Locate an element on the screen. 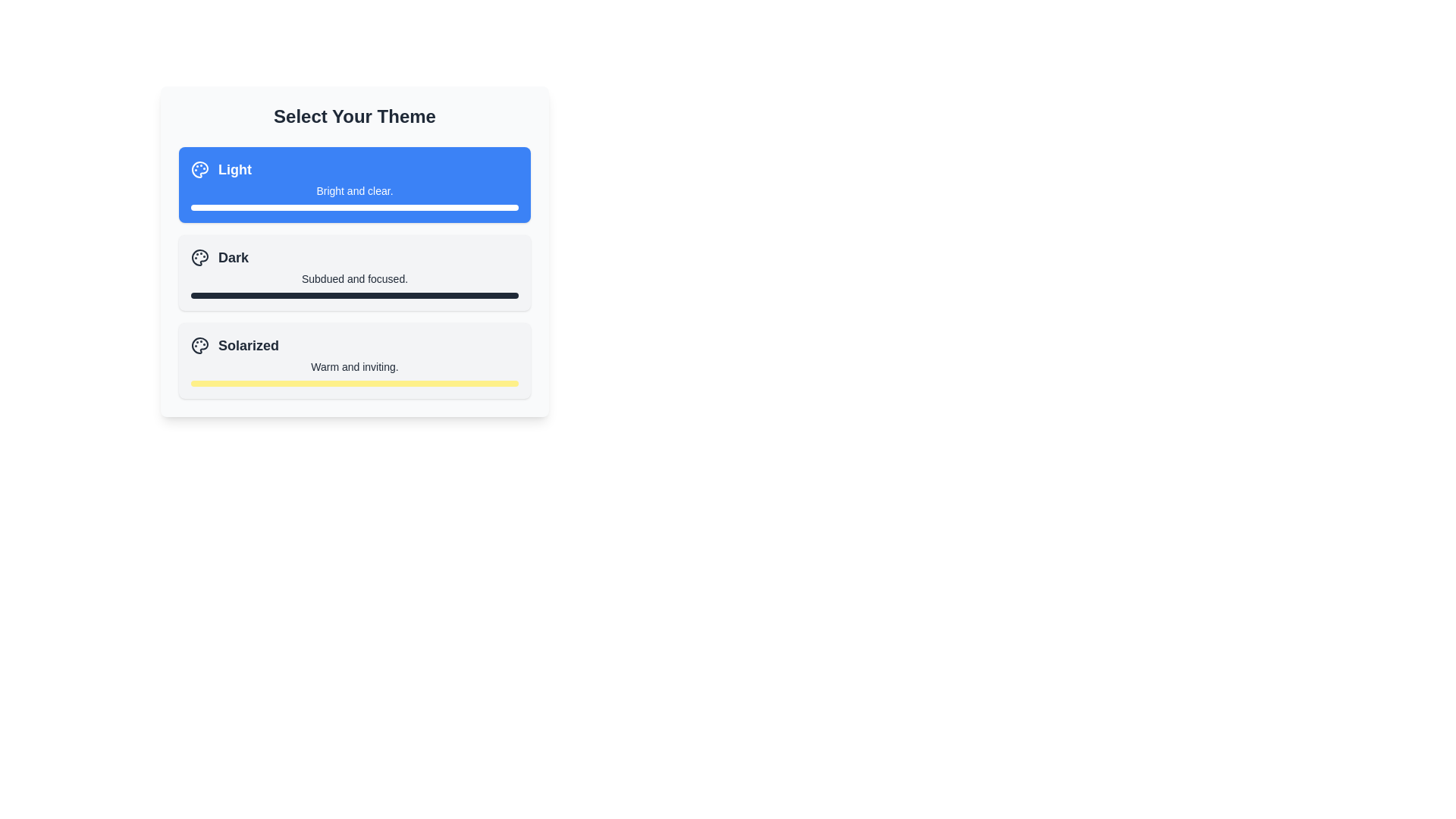  the 'Light' selectable theme card at the top of the 'Select Your Theme' section is located at coordinates (353, 184).